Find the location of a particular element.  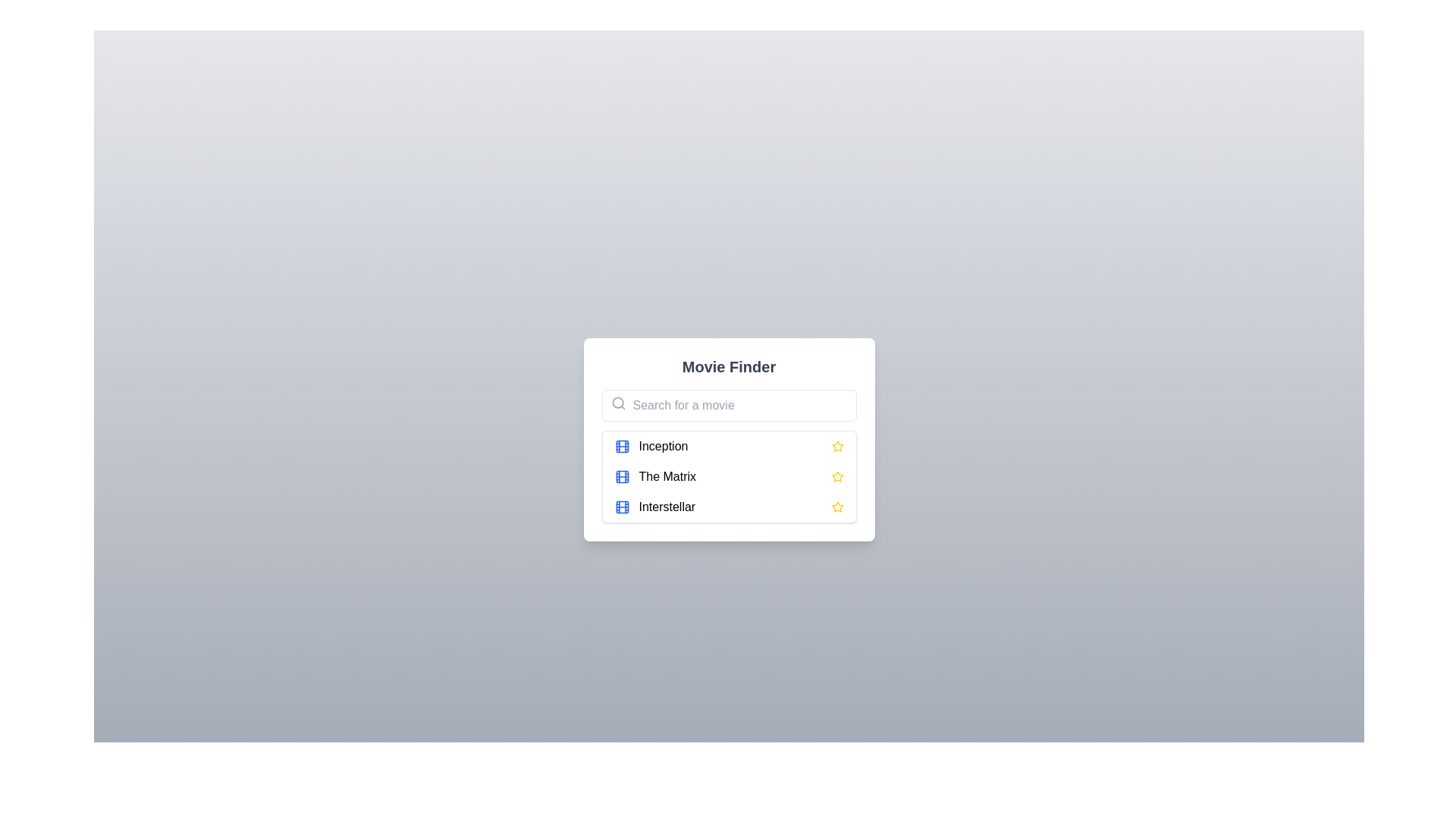

the blue rounded rectangle that is part of the film strip icon located to the left of the text 'Interstellar' in the movie list is located at coordinates (622, 507).